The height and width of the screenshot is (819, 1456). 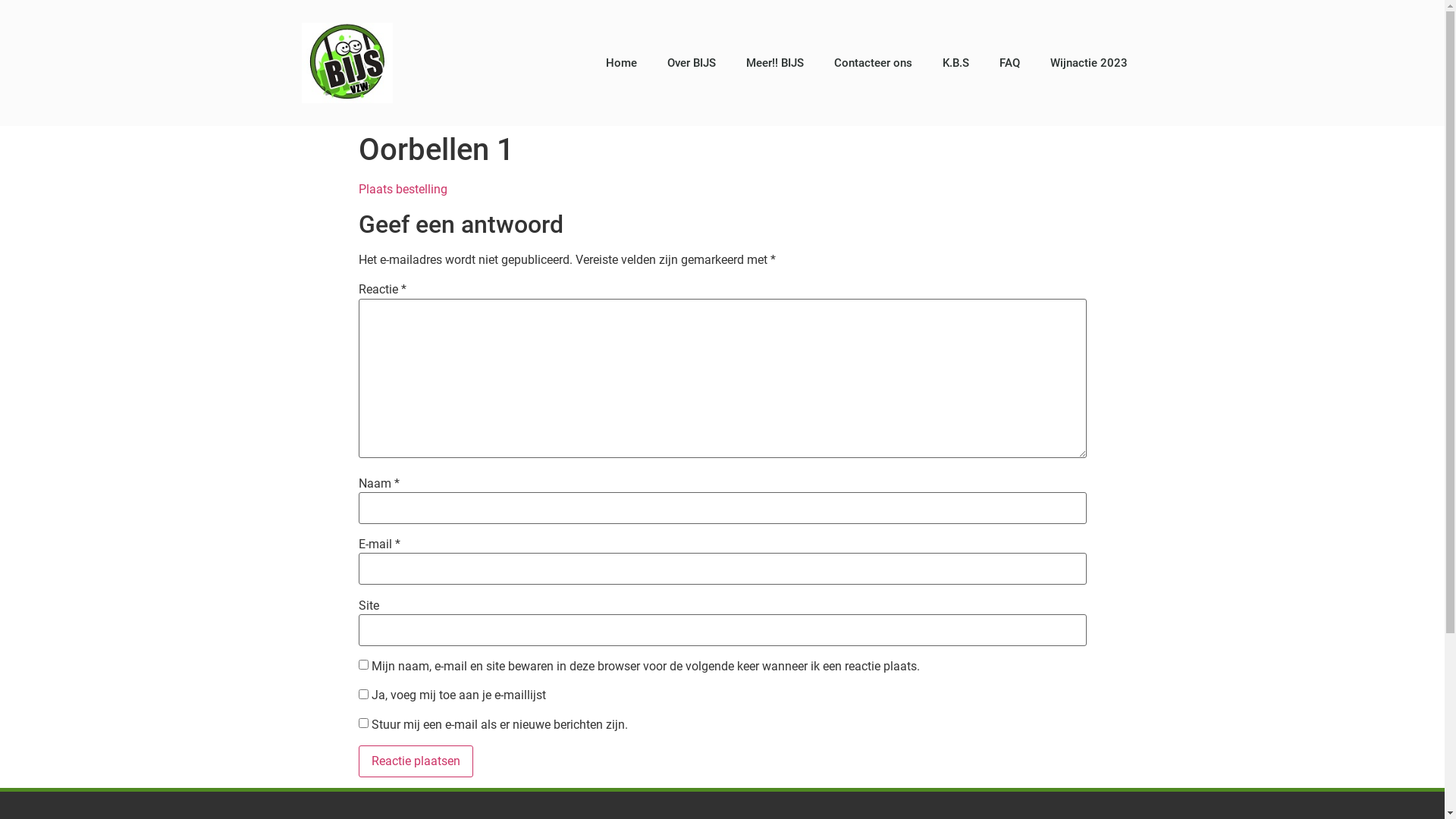 I want to click on 'FAQ', so click(x=1009, y=62).